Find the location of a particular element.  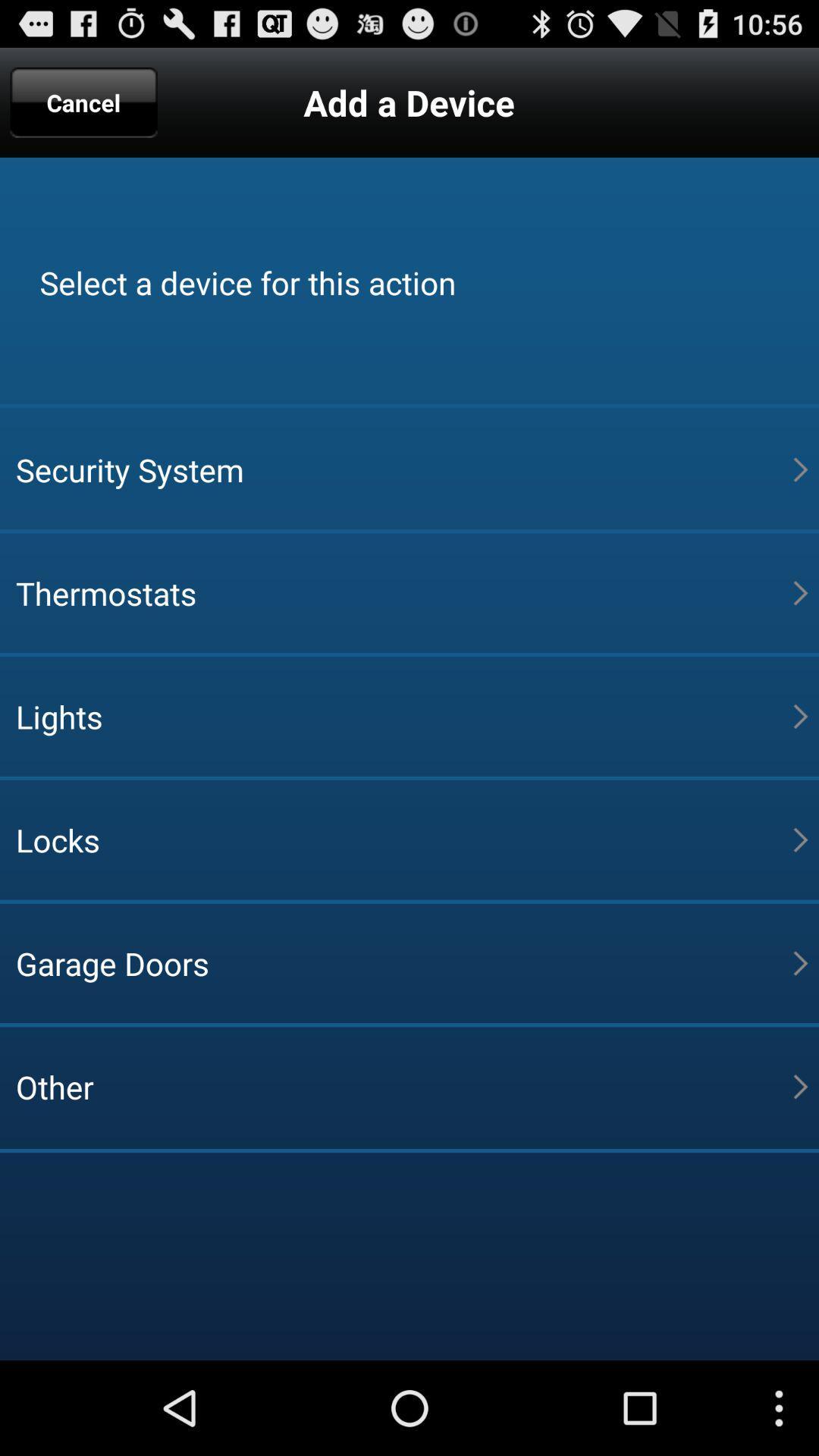

the item above the other icon is located at coordinates (403, 962).